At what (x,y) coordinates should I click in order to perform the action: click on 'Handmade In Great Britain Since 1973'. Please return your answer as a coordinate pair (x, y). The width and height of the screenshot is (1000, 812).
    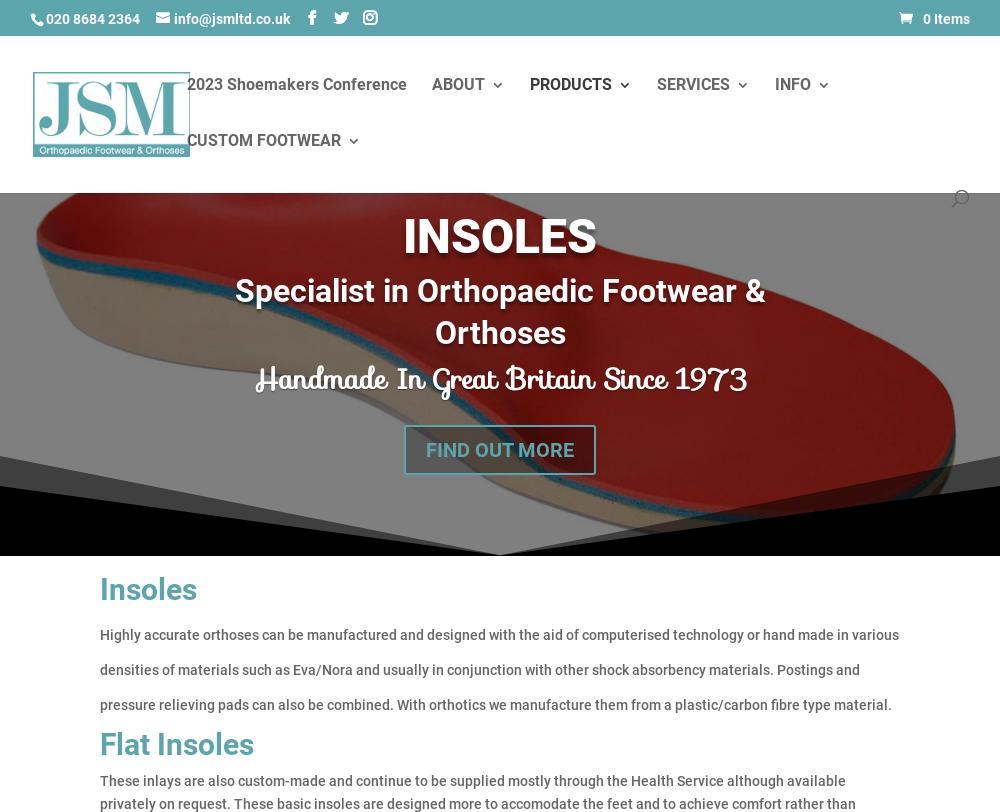
    Looking at the image, I should click on (498, 378).